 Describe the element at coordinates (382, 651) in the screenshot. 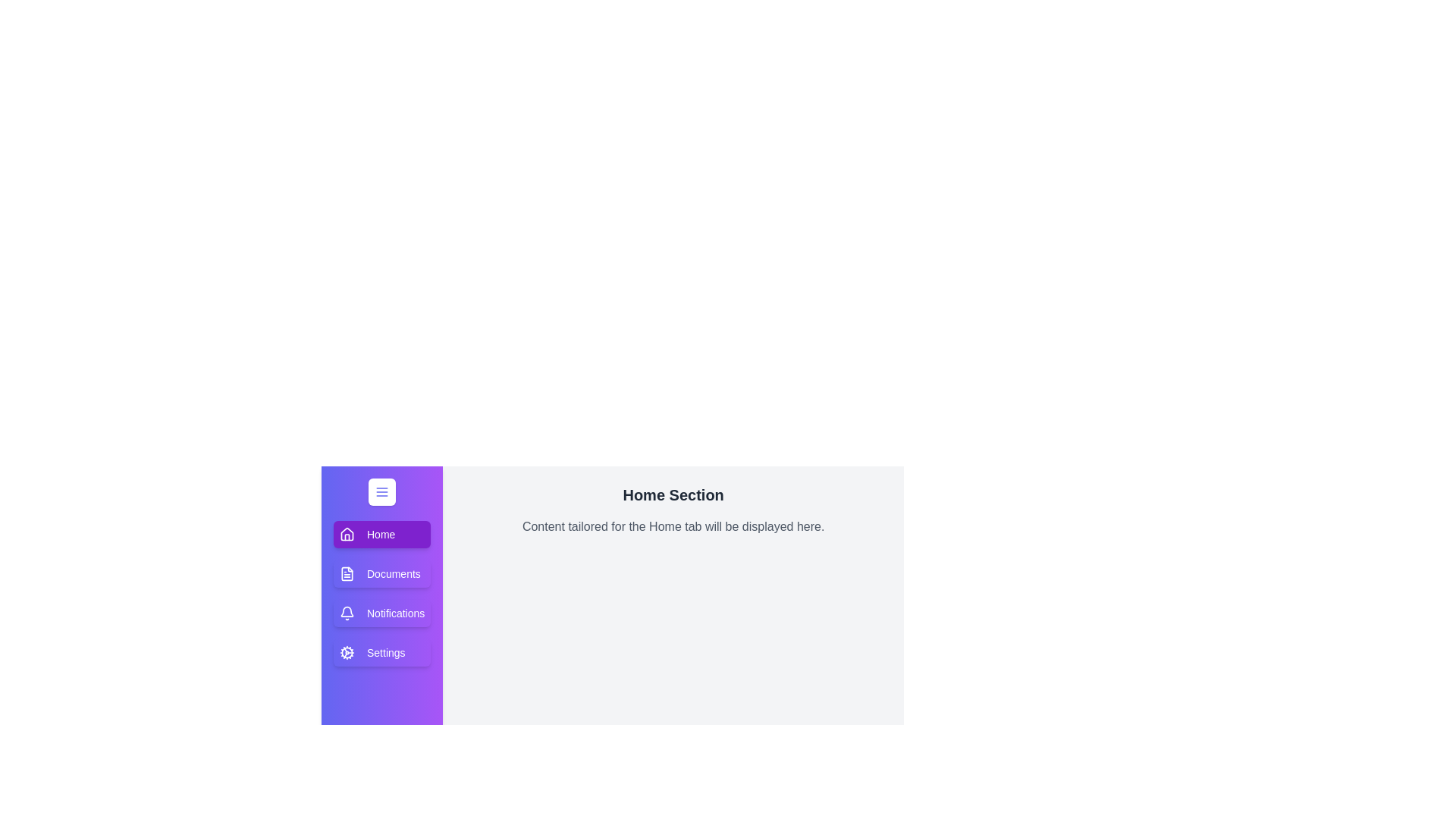

I see `the Settings tab to view its content` at that location.